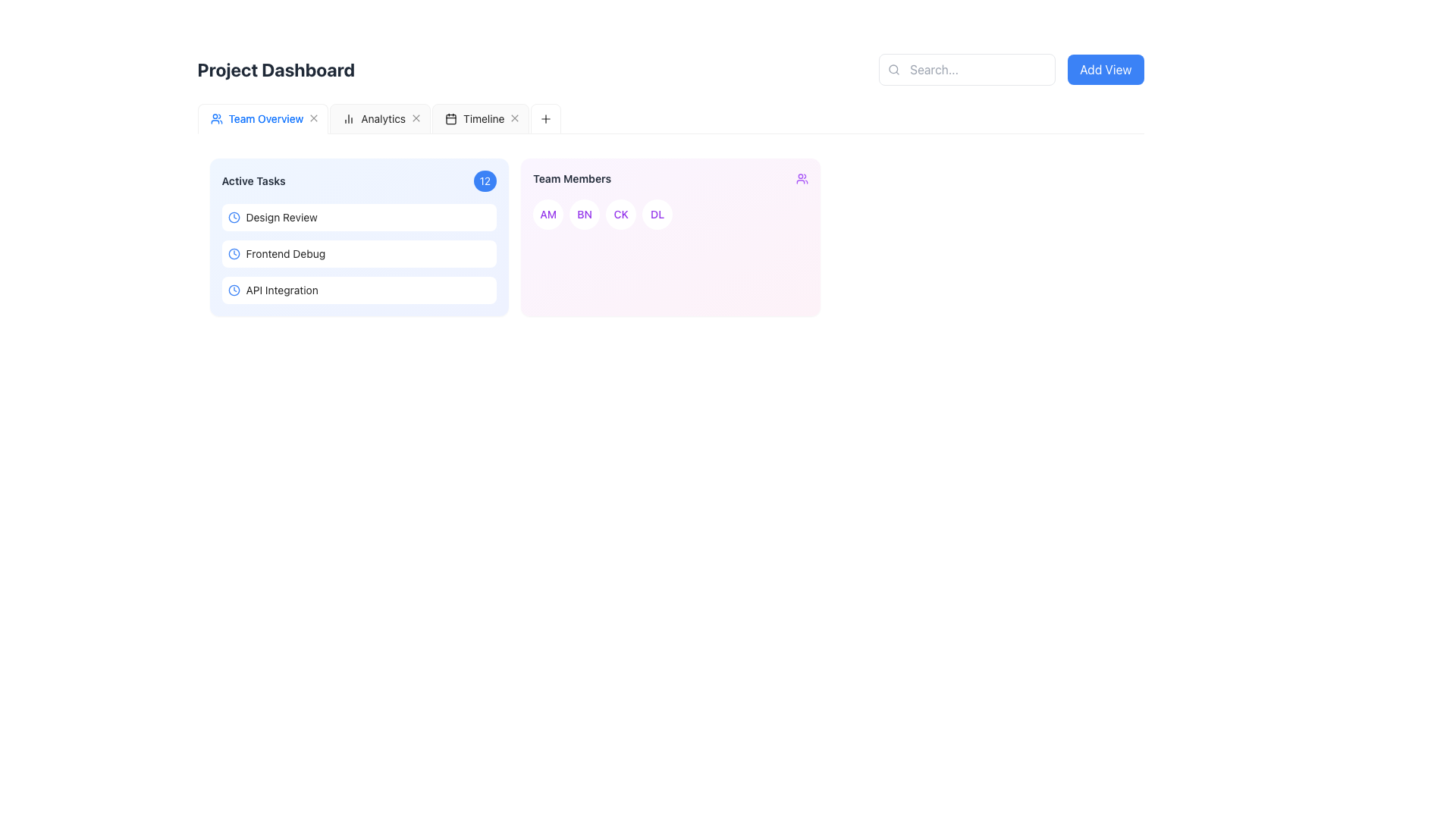  I want to click on the small circular button with an 'X' icon located to the right of the 'Timeline' tab label, so click(515, 118).